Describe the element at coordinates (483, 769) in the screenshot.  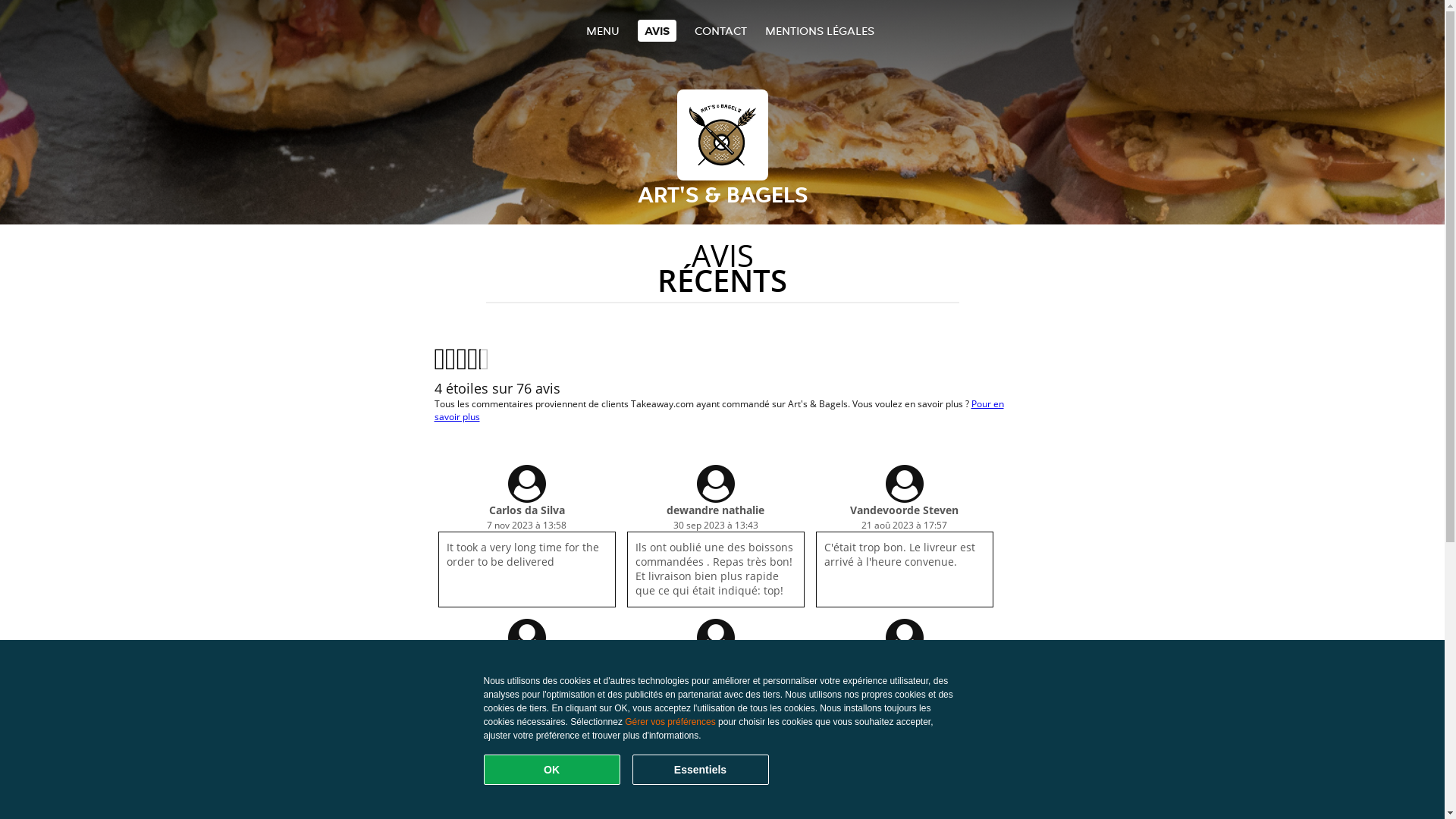
I see `'OK'` at that location.